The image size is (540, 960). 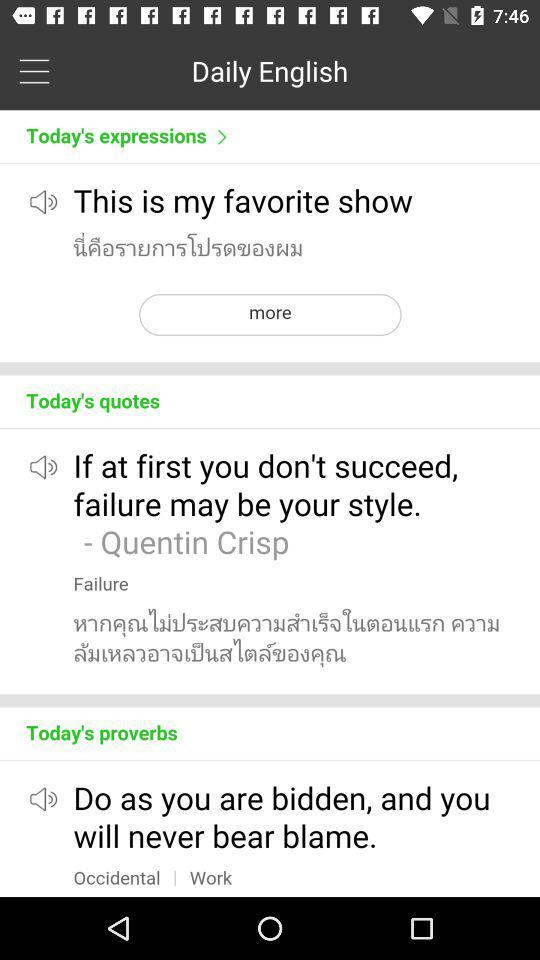 What do you see at coordinates (33, 70) in the screenshot?
I see `the menu icon` at bounding box center [33, 70].